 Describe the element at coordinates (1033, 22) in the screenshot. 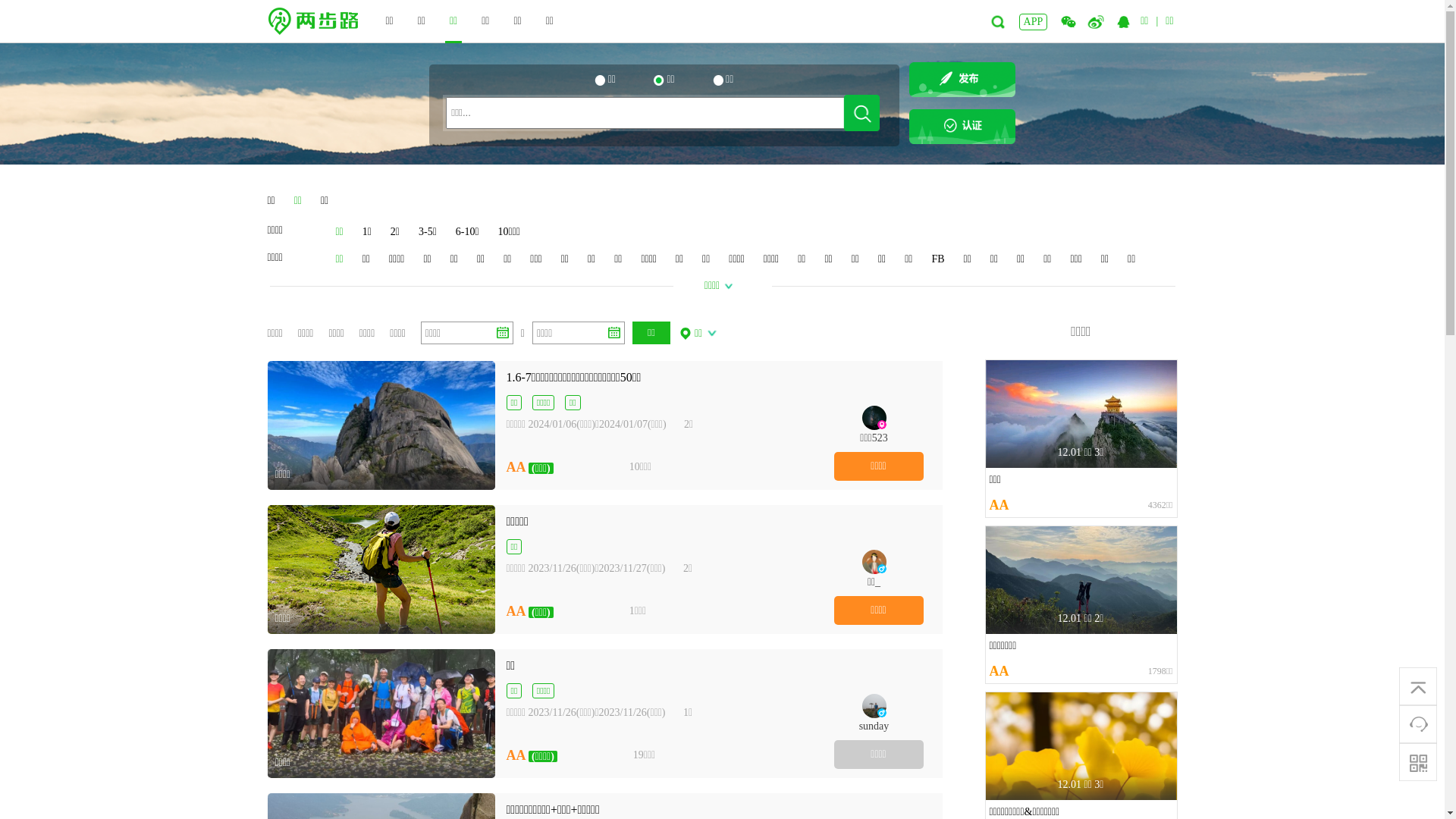

I see `'APP'` at that location.